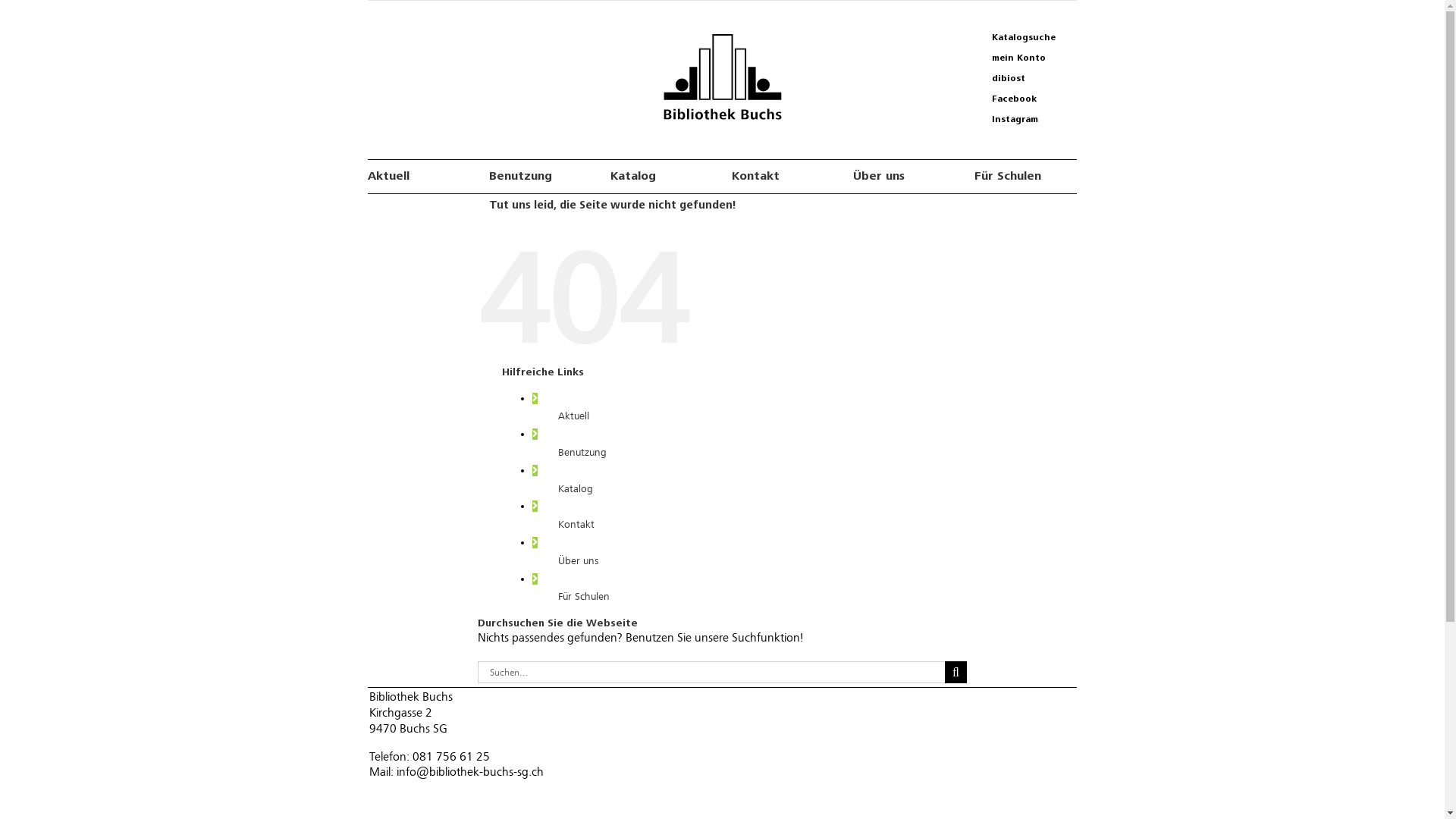 The height and width of the screenshot is (819, 1456). I want to click on 'Kontakt', so click(575, 523).